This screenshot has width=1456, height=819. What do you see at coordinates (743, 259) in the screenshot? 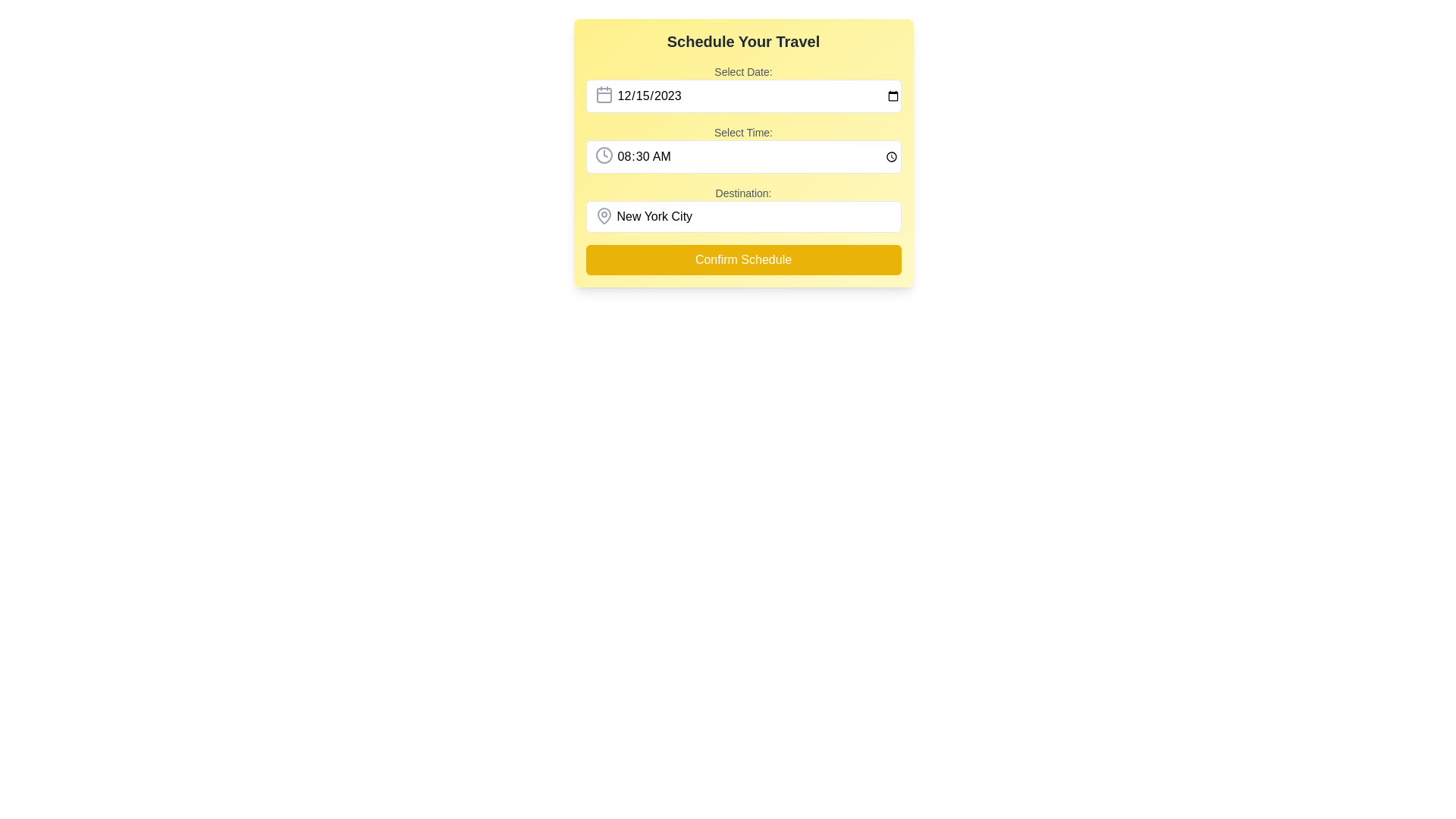
I see `the 'Confirm Schedule' button with a yellow background and white text` at bounding box center [743, 259].